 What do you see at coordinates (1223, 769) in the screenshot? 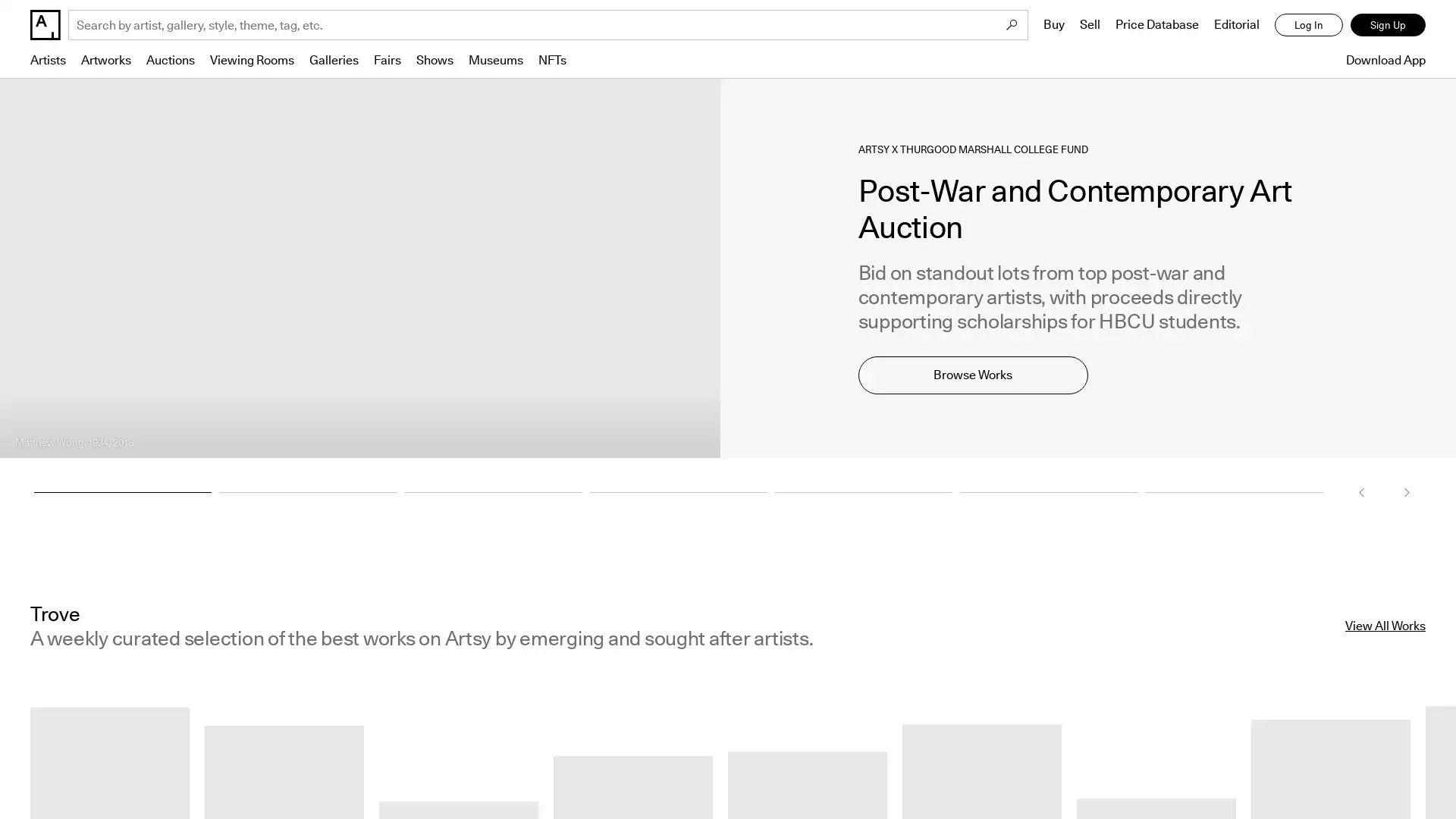
I see `Manage Cookies` at bounding box center [1223, 769].